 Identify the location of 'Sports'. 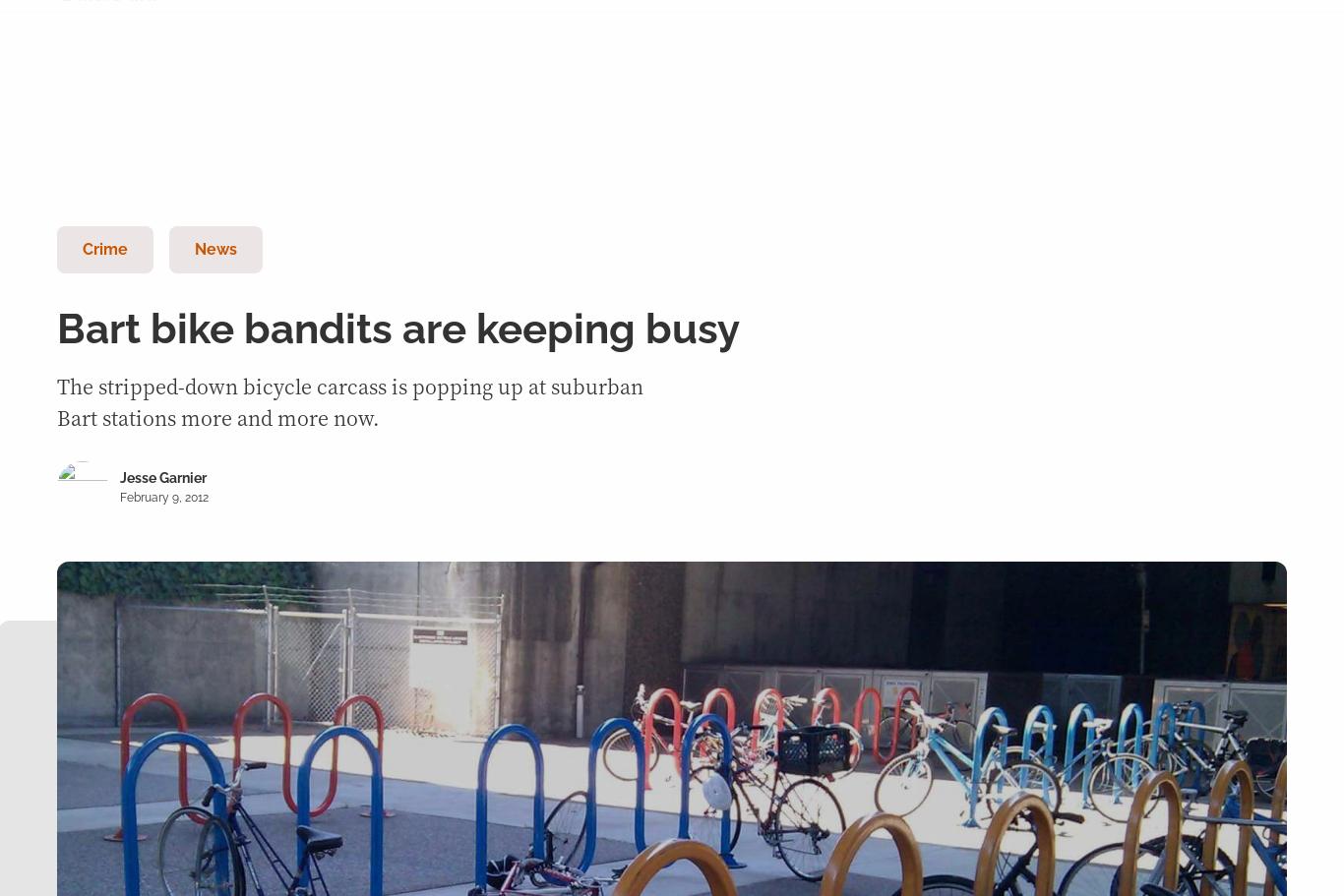
(594, 272).